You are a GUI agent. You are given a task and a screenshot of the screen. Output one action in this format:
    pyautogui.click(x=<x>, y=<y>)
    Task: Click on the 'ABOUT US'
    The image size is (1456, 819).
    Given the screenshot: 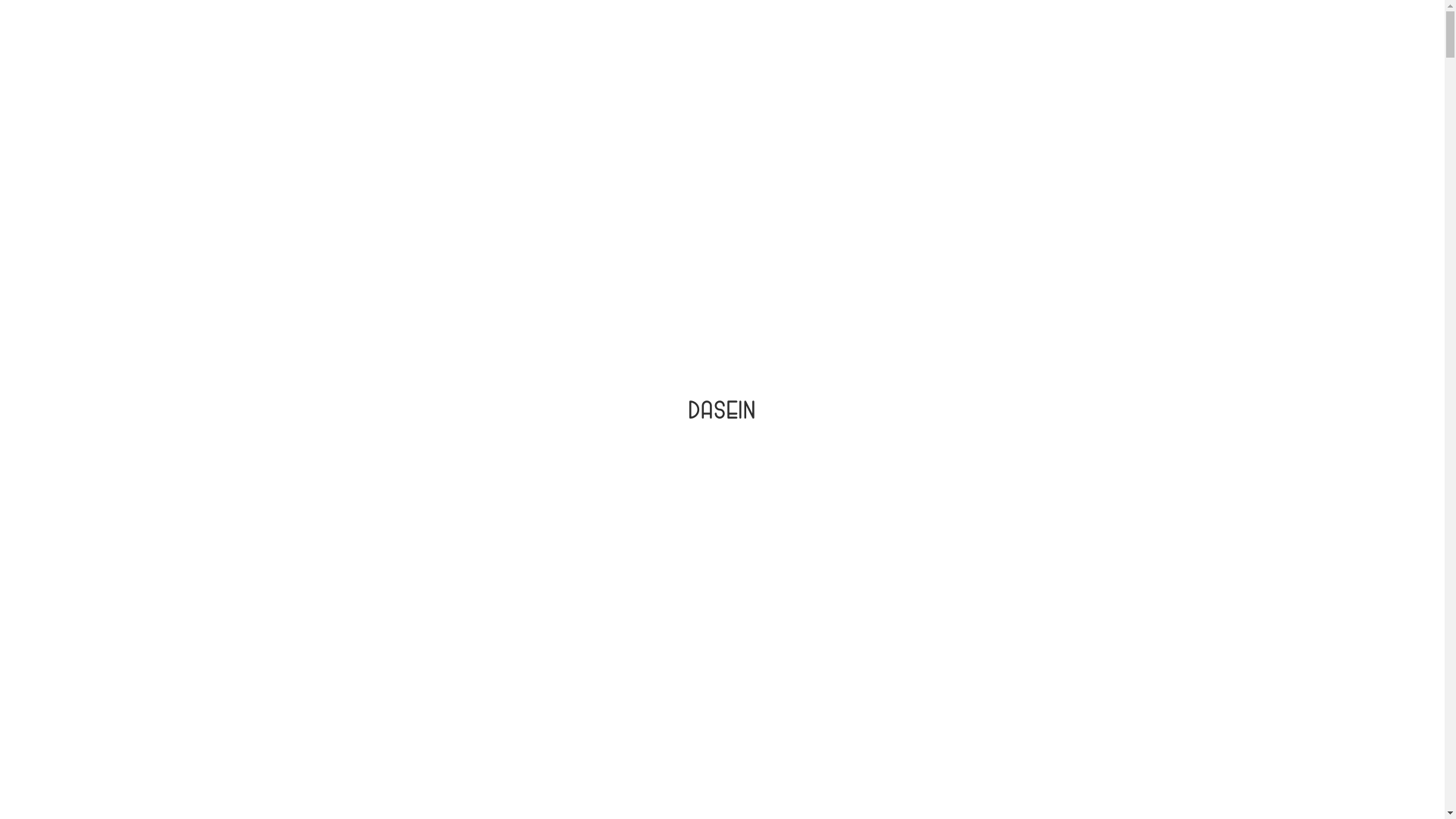 What is the action you would take?
    pyautogui.click(x=835, y=55)
    